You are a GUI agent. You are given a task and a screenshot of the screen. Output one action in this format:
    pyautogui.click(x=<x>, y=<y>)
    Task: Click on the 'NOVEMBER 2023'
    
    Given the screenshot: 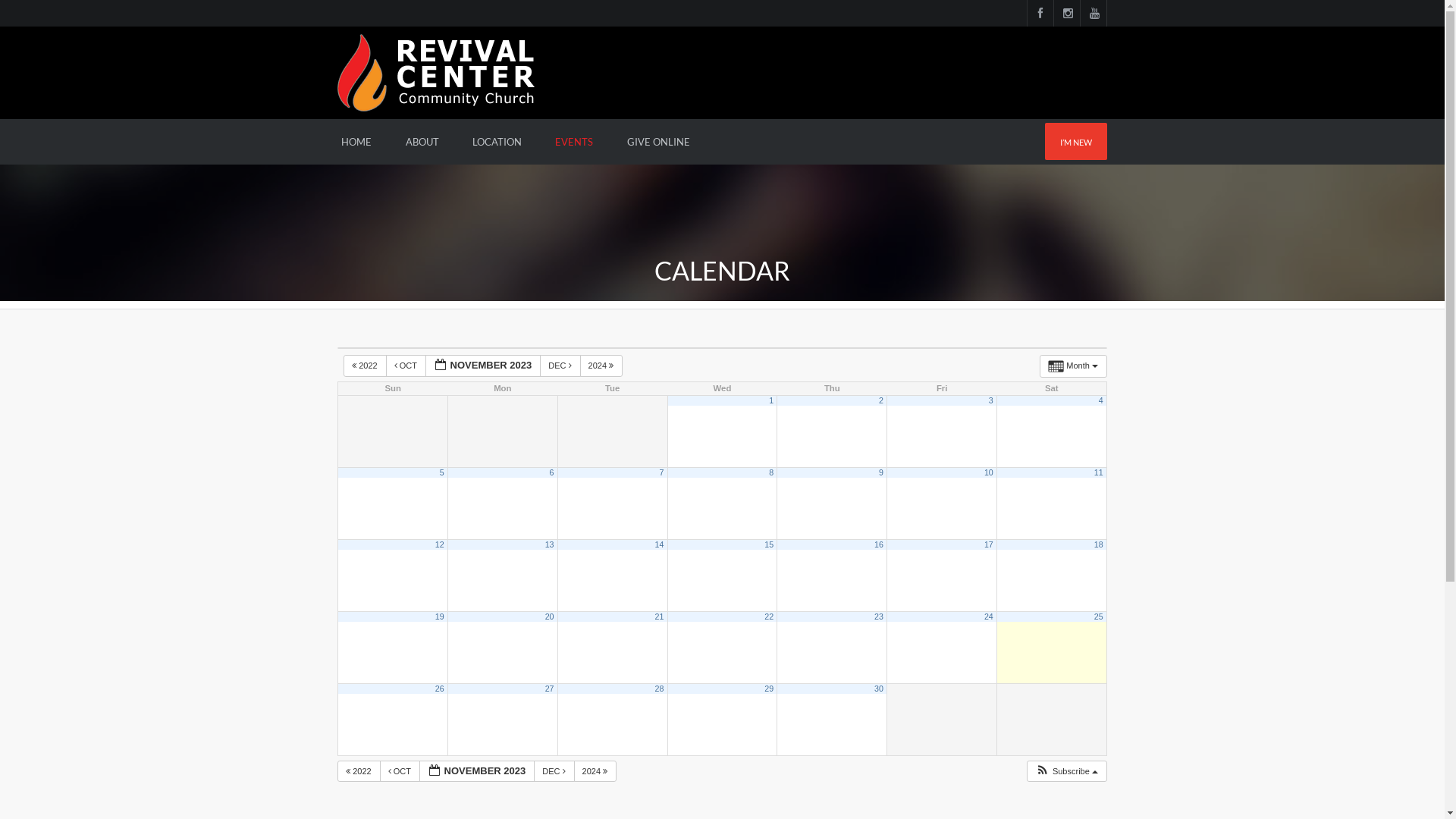 What is the action you would take?
    pyautogui.click(x=476, y=771)
    